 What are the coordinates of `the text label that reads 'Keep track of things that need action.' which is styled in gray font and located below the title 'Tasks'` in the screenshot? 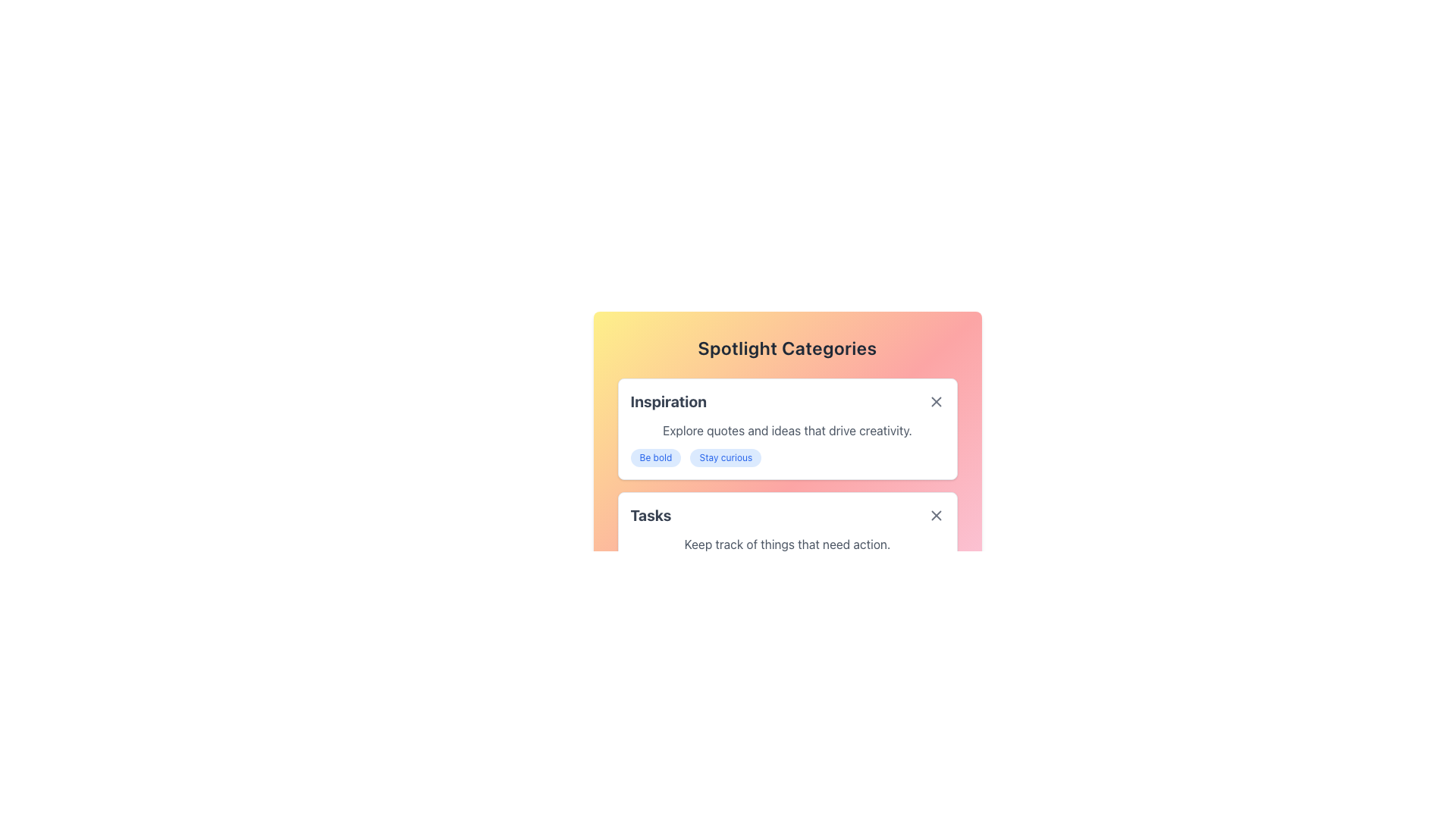 It's located at (787, 543).